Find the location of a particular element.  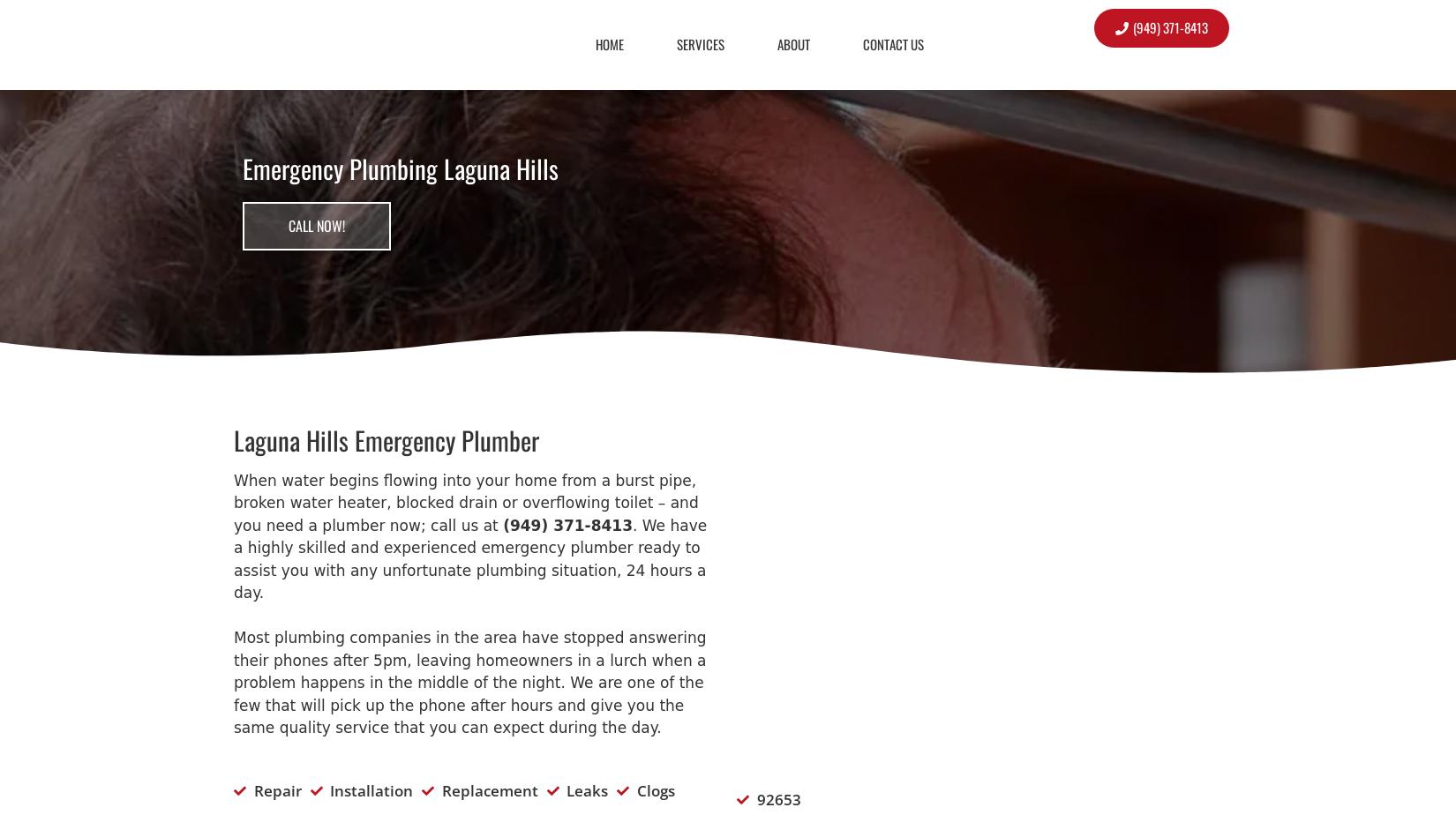

'Home' is located at coordinates (609, 42).